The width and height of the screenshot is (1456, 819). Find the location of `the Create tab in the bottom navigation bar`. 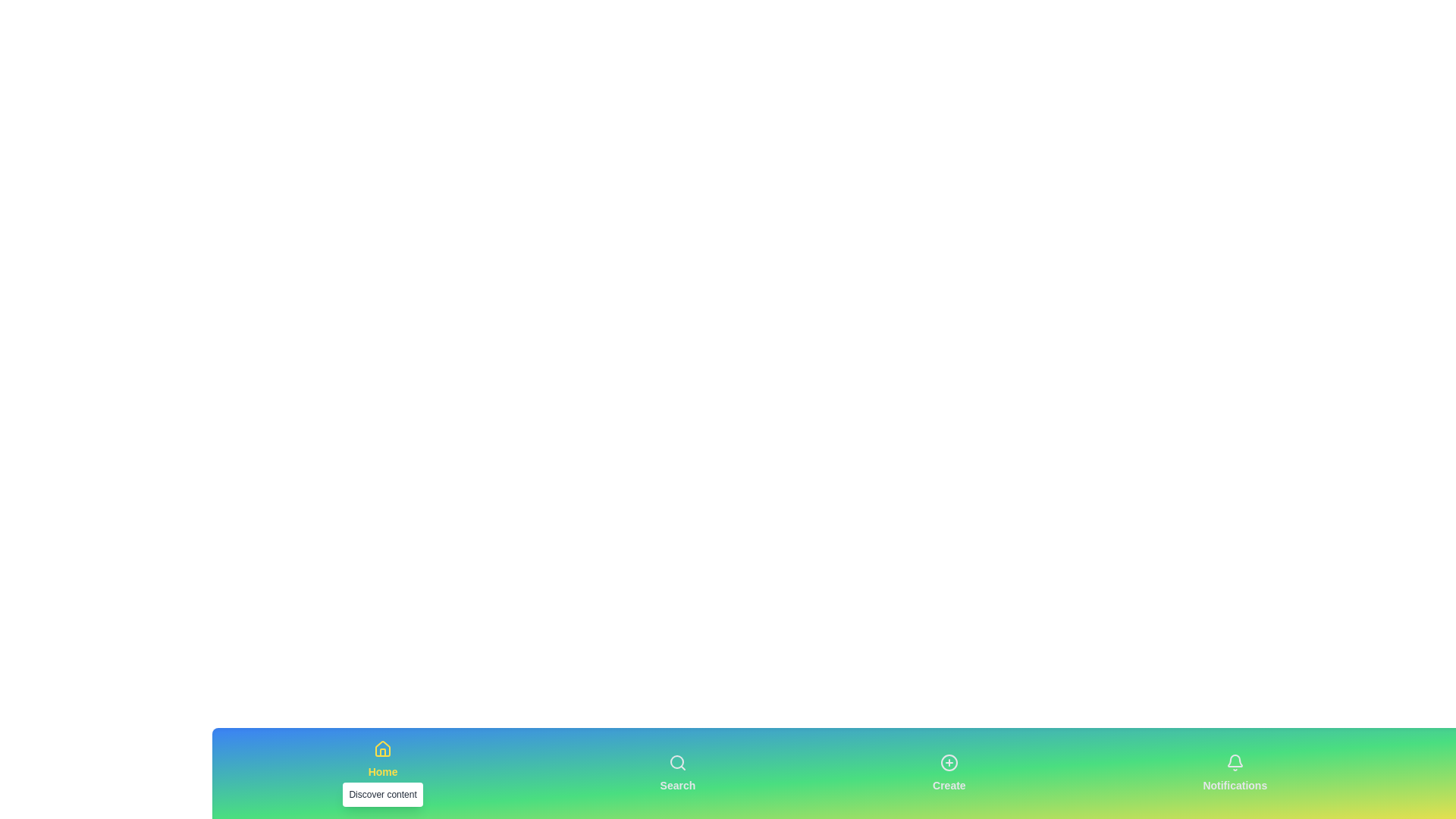

the Create tab in the bottom navigation bar is located at coordinates (948, 773).